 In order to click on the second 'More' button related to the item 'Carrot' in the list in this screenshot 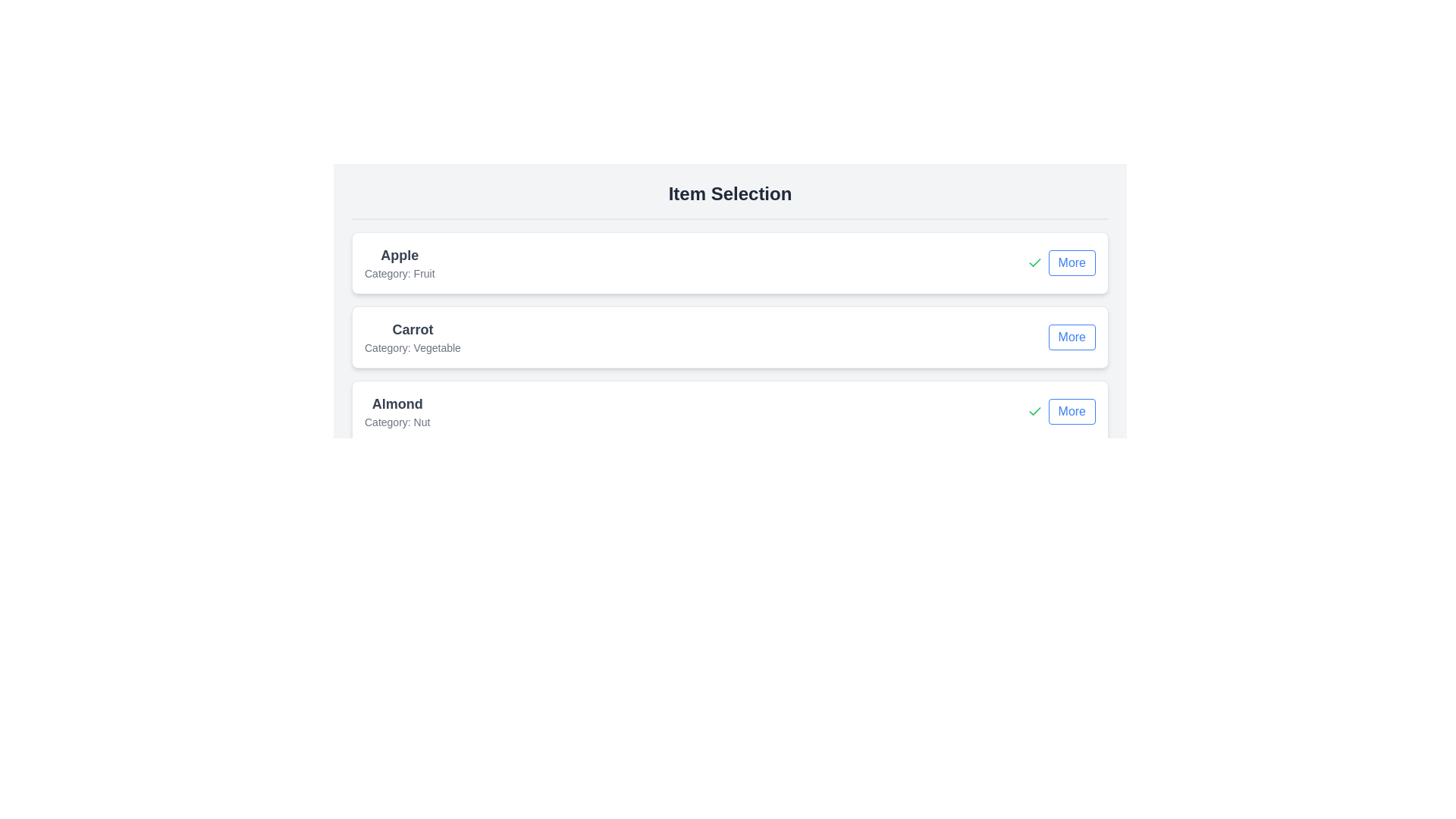, I will do `click(1071, 336)`.